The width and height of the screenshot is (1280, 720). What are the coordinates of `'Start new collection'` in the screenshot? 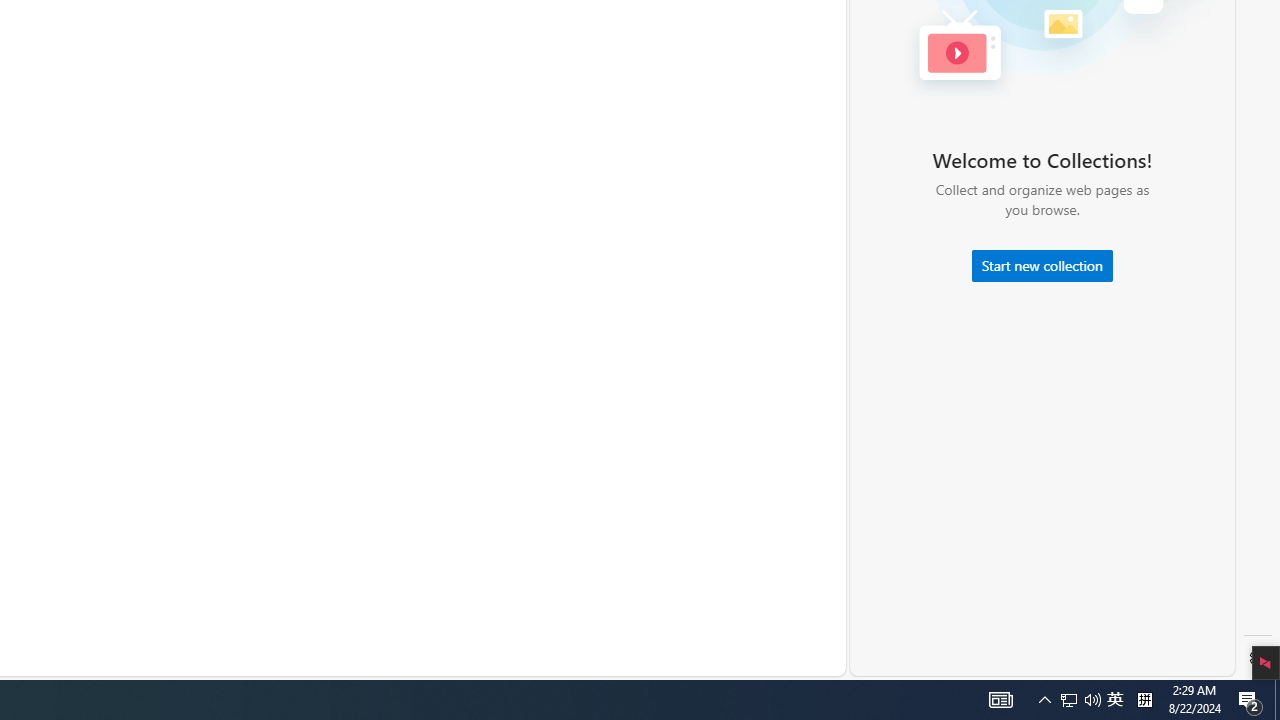 It's located at (1041, 264).